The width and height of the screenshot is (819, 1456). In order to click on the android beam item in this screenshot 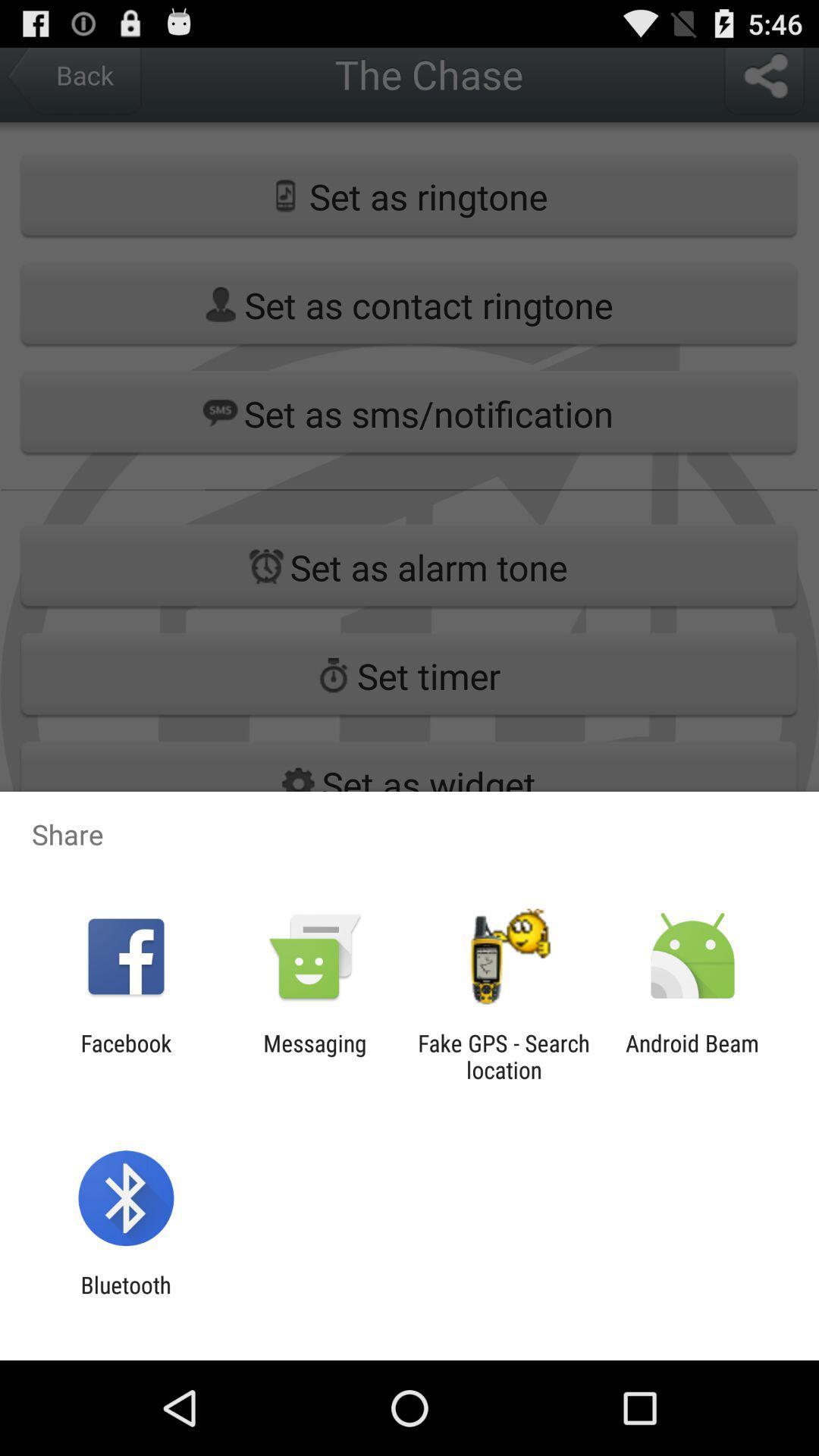, I will do `click(692, 1056)`.